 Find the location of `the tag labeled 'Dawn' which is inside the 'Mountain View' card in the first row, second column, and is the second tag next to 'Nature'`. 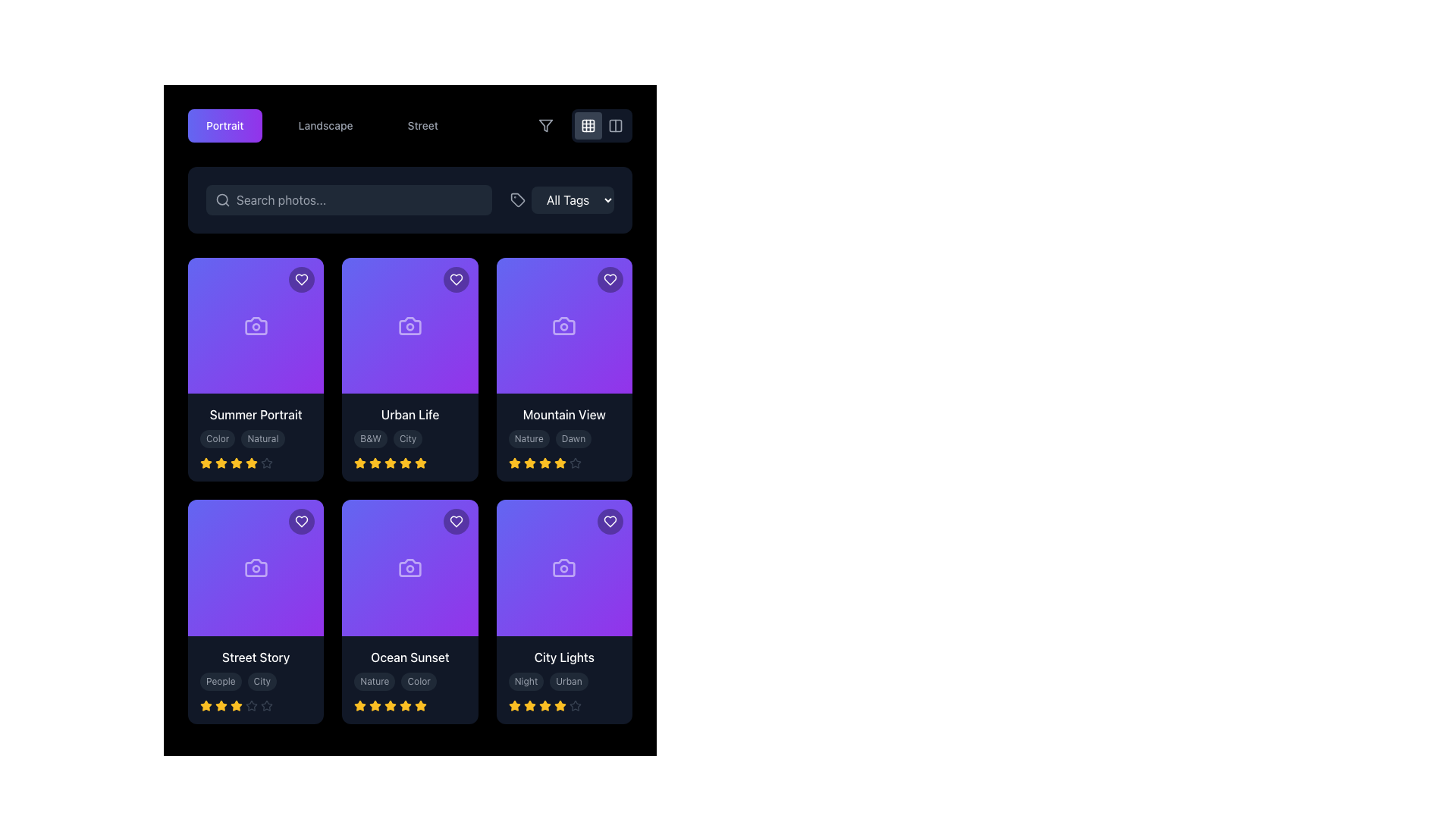

the tag labeled 'Dawn' which is inside the 'Mountain View' card in the first row, second column, and is the second tag next to 'Nature' is located at coordinates (573, 439).